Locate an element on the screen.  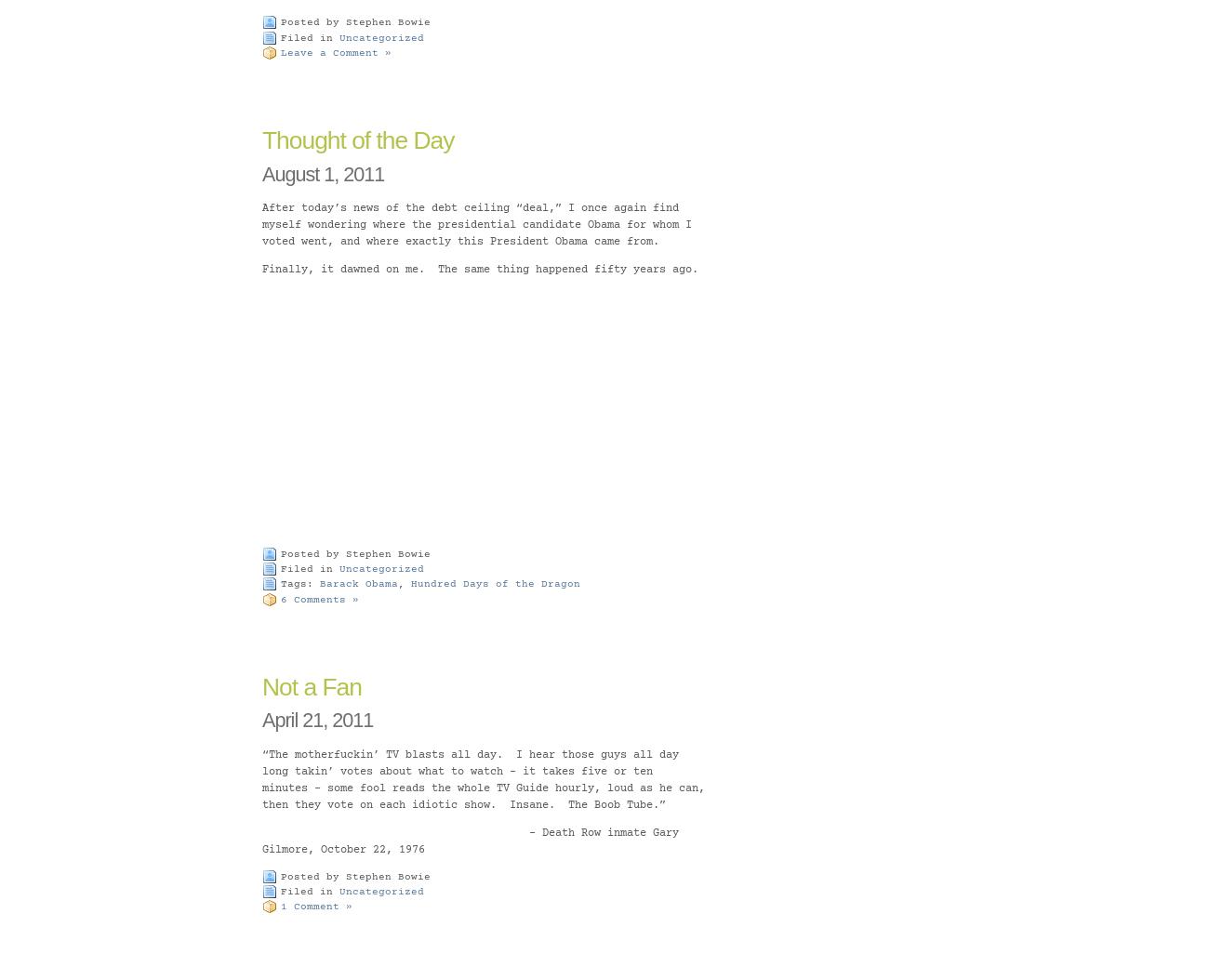
'– Death Row inmate Gary Gilmore, October 22, 1976' is located at coordinates (261, 840).